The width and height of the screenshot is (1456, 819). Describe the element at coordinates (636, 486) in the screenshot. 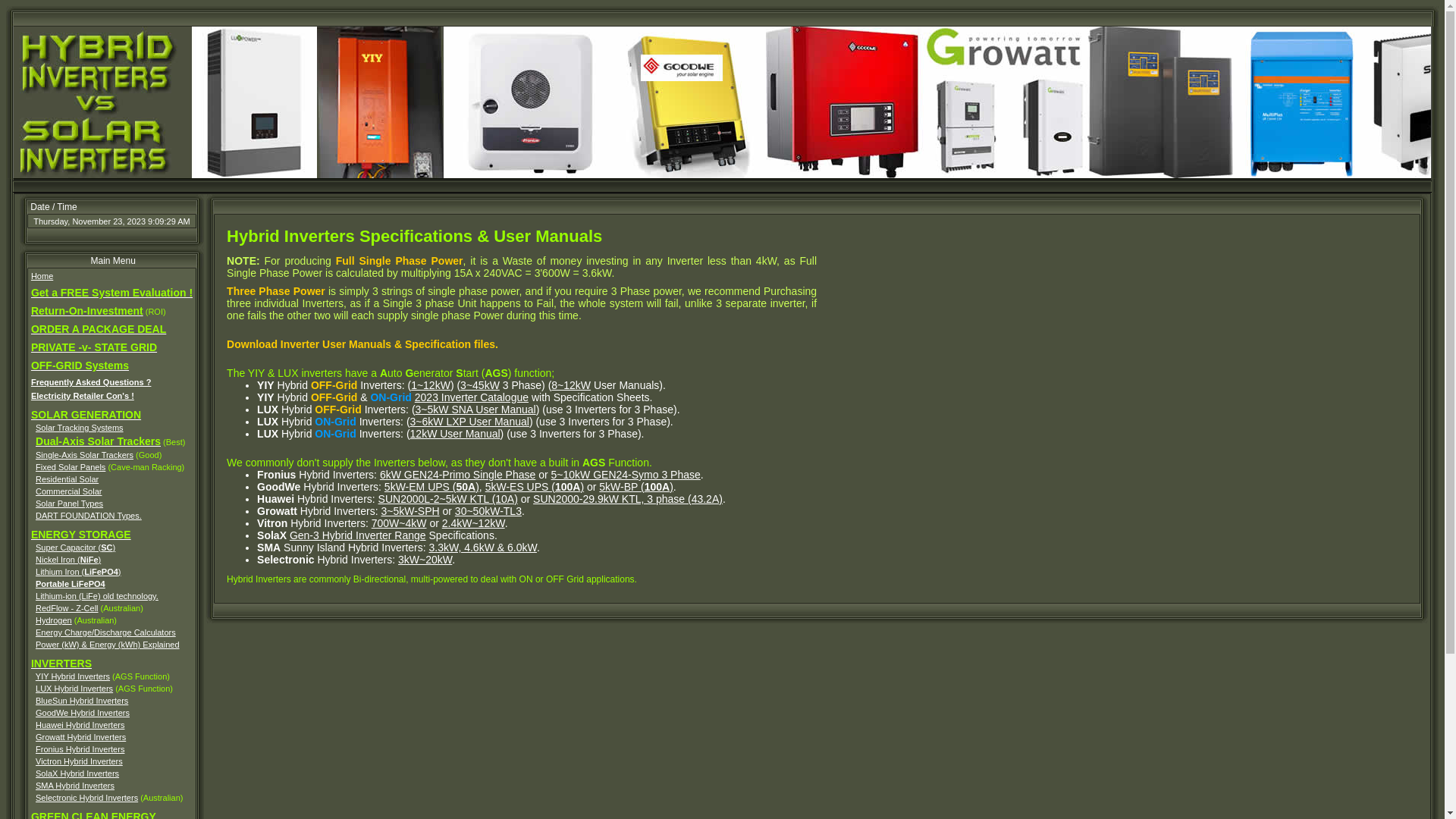

I see `'5kW-BP (100A)'` at that location.